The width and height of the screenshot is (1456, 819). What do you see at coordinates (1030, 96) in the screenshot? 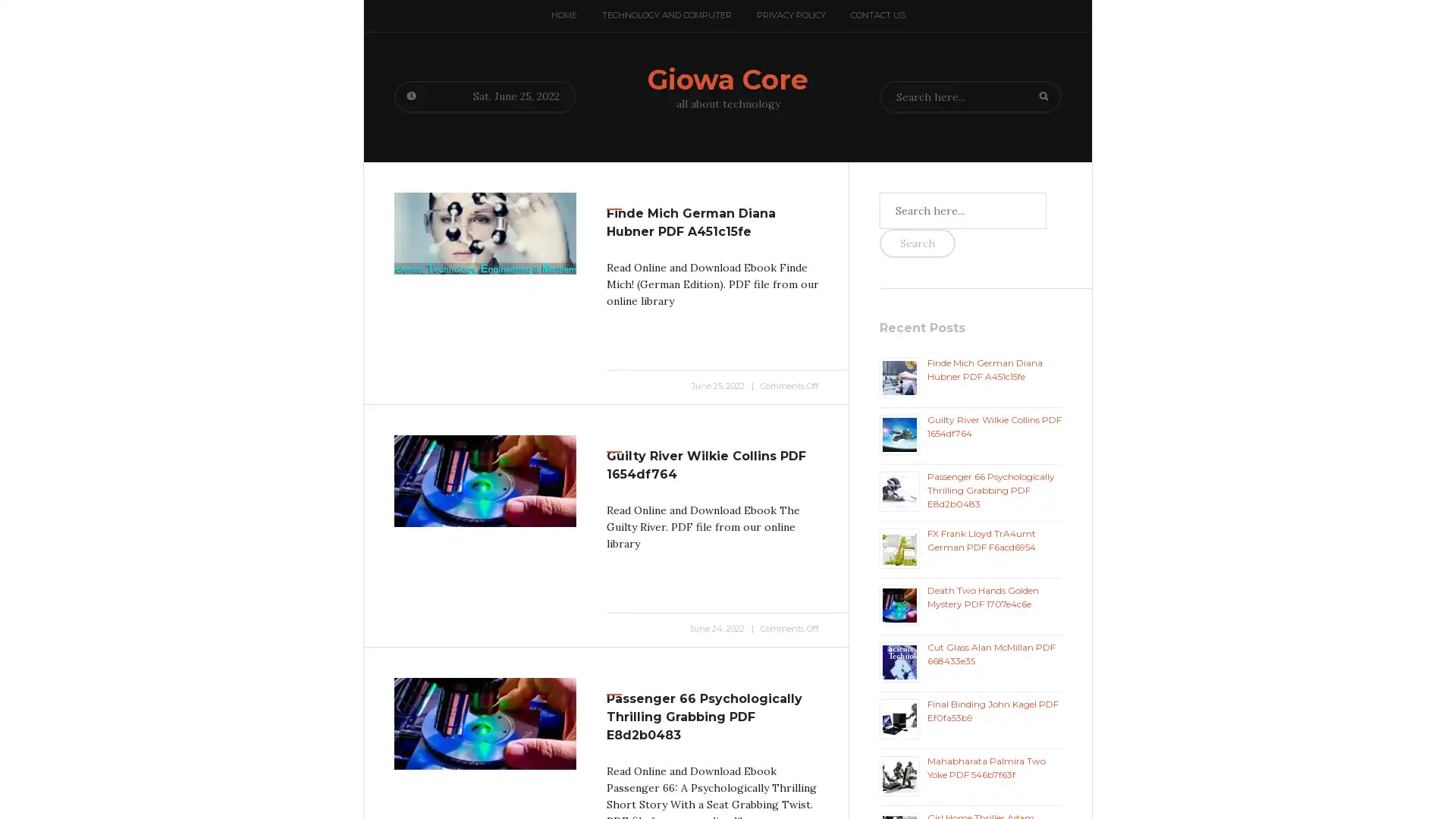
I see `Search` at bounding box center [1030, 96].